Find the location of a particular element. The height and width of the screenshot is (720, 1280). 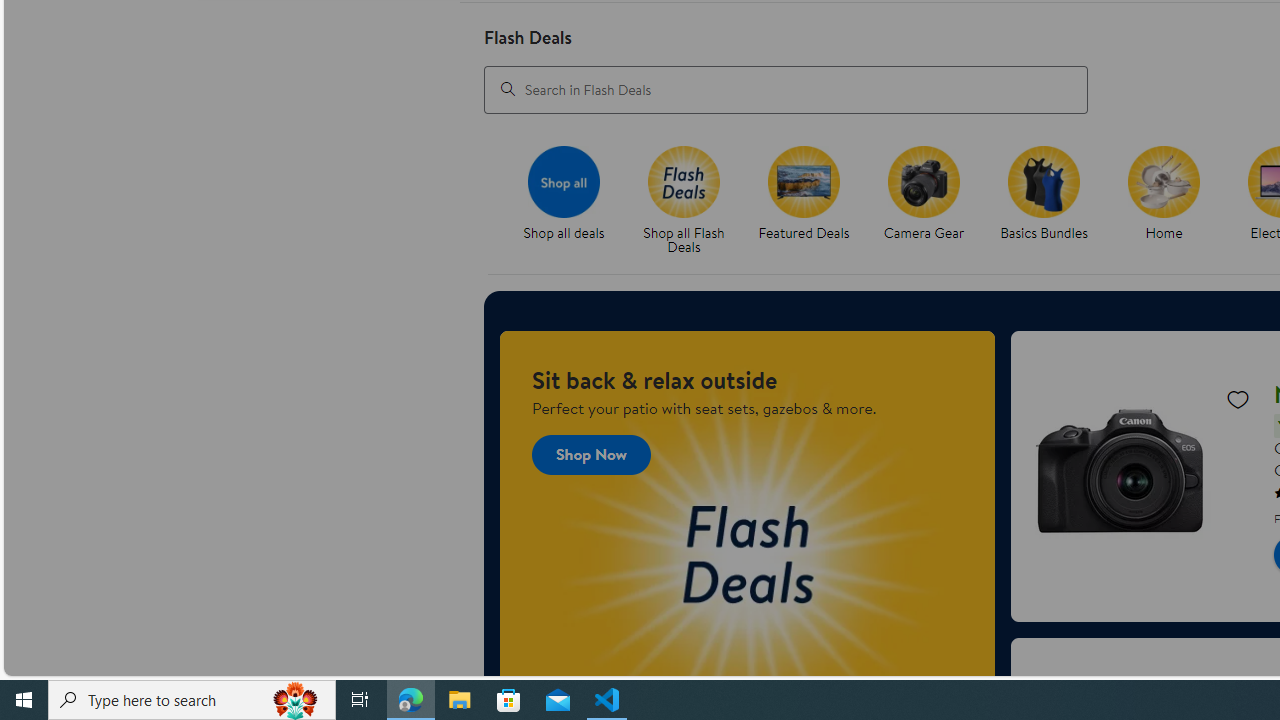

'Shop all deals' is located at coordinates (571, 201).